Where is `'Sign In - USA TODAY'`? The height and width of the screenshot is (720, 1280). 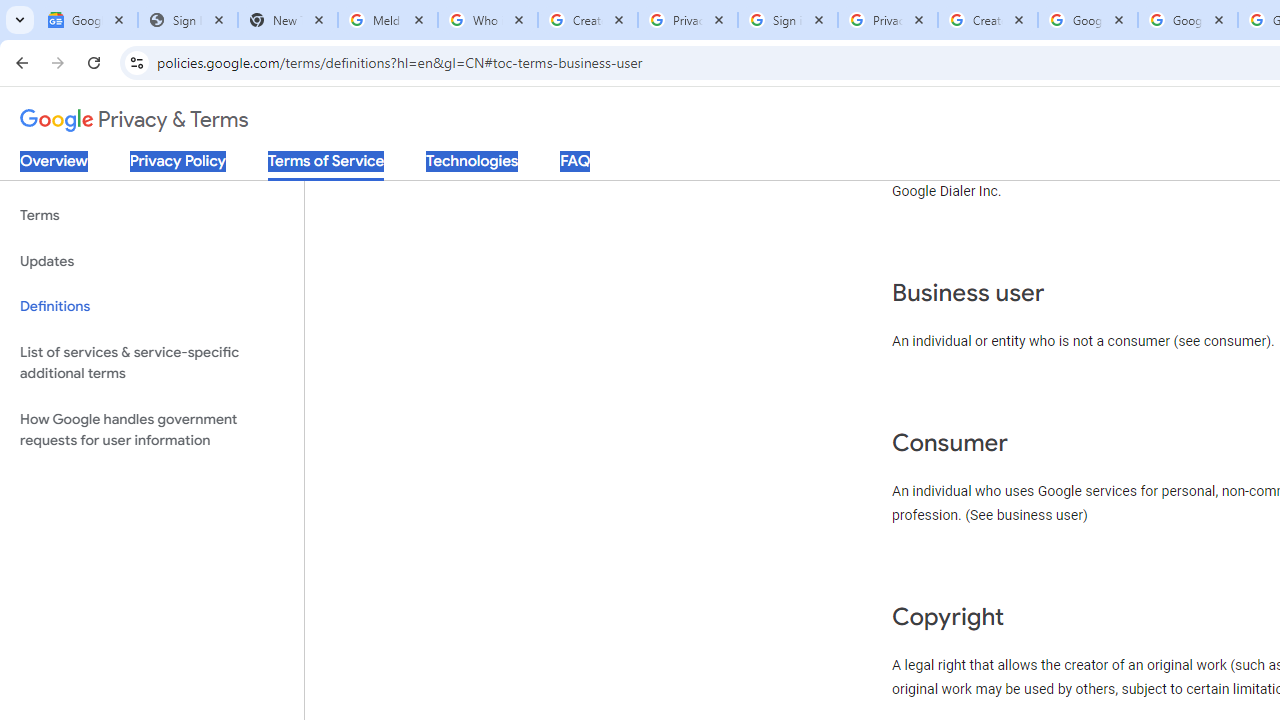 'Sign In - USA TODAY' is located at coordinates (188, 20).